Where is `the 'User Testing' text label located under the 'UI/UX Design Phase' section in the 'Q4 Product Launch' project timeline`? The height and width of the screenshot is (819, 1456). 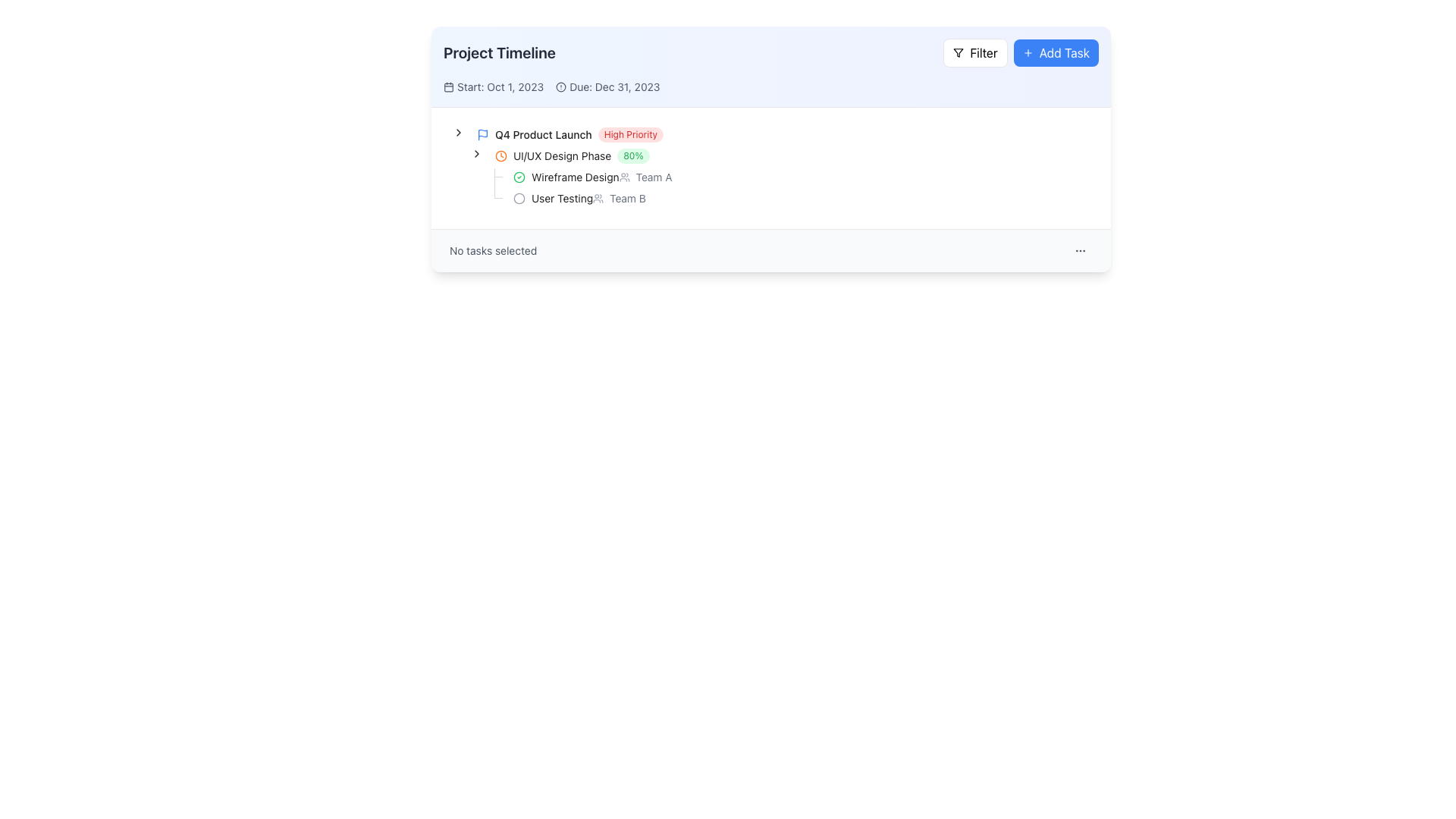 the 'User Testing' text label located under the 'UI/UX Design Phase' section in the 'Q4 Product Launch' project timeline is located at coordinates (561, 198).